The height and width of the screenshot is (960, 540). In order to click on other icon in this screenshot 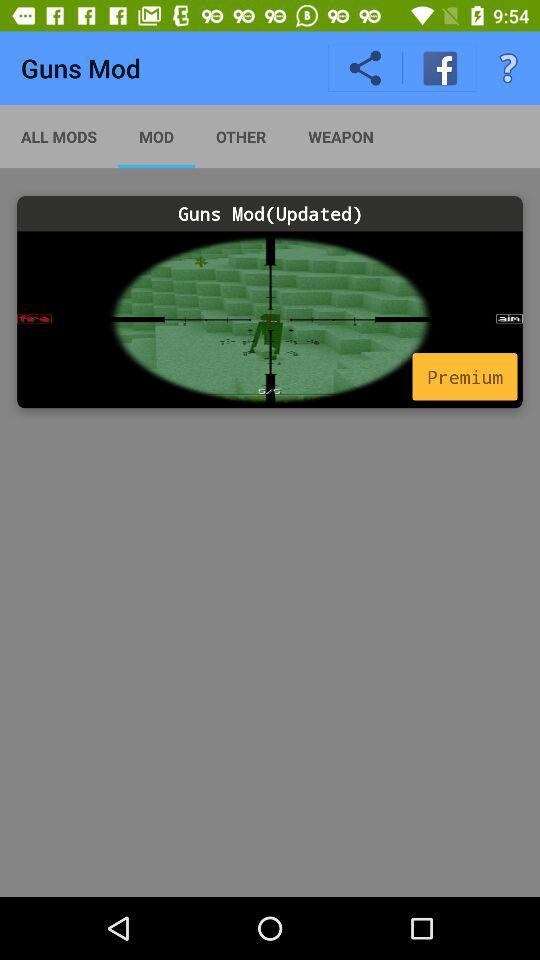, I will do `click(241, 135)`.